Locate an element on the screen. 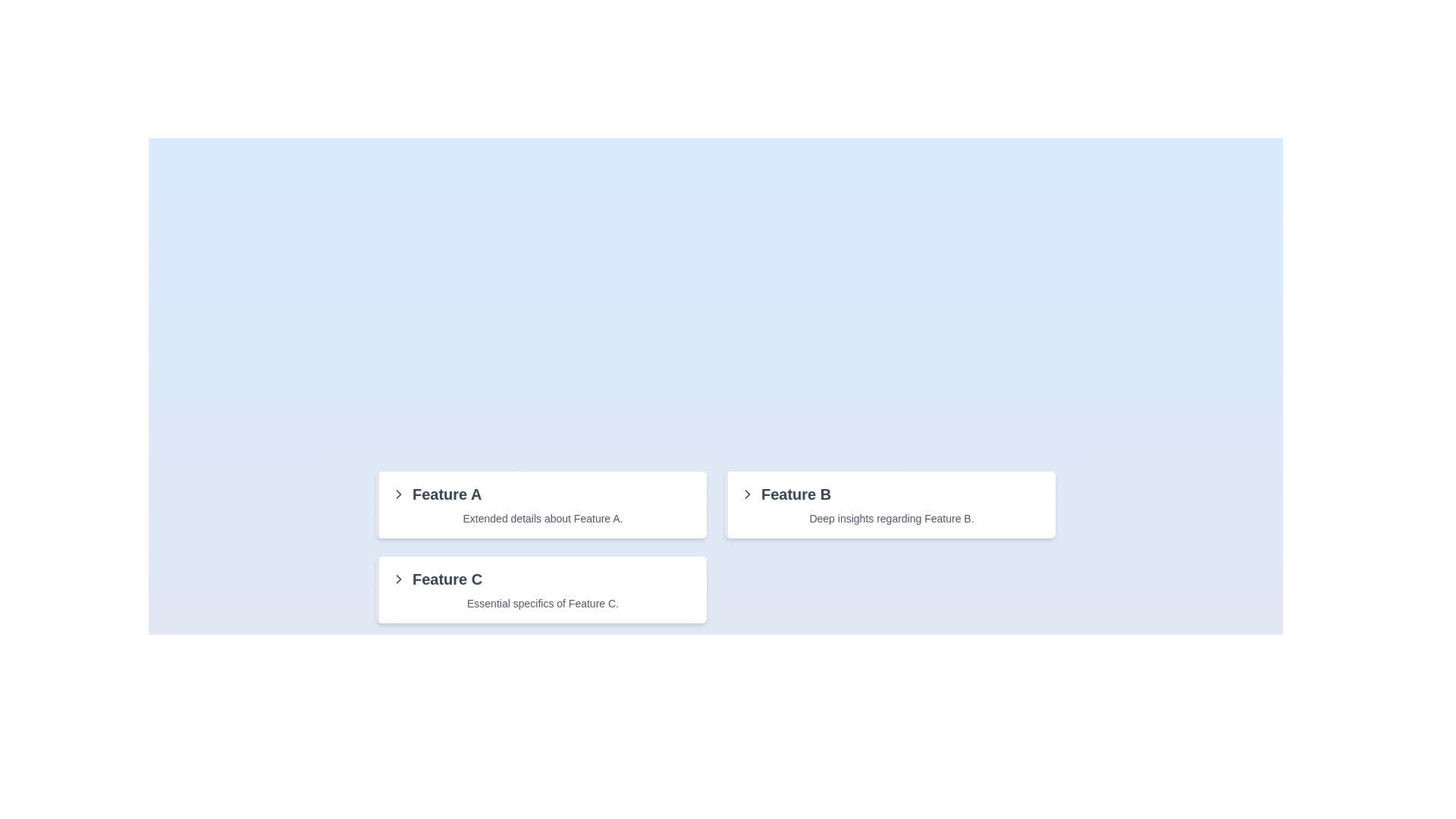 The image size is (1456, 819). the descriptive text displaying 'Extended details about Feature A.' which is located below the title 'Feature A' and is styled in a small, gray font is located at coordinates (542, 517).